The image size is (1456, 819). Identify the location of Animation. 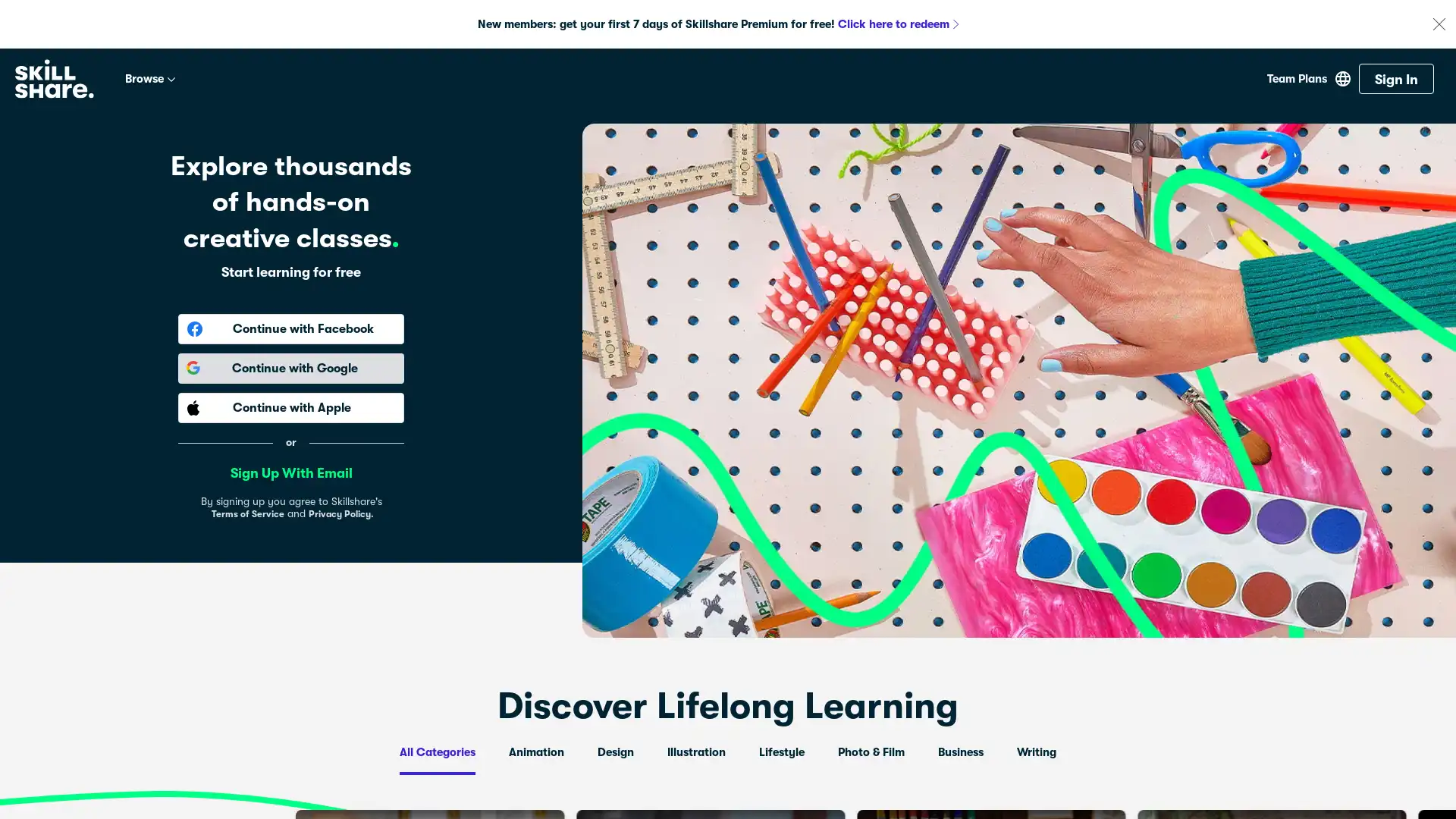
(536, 757).